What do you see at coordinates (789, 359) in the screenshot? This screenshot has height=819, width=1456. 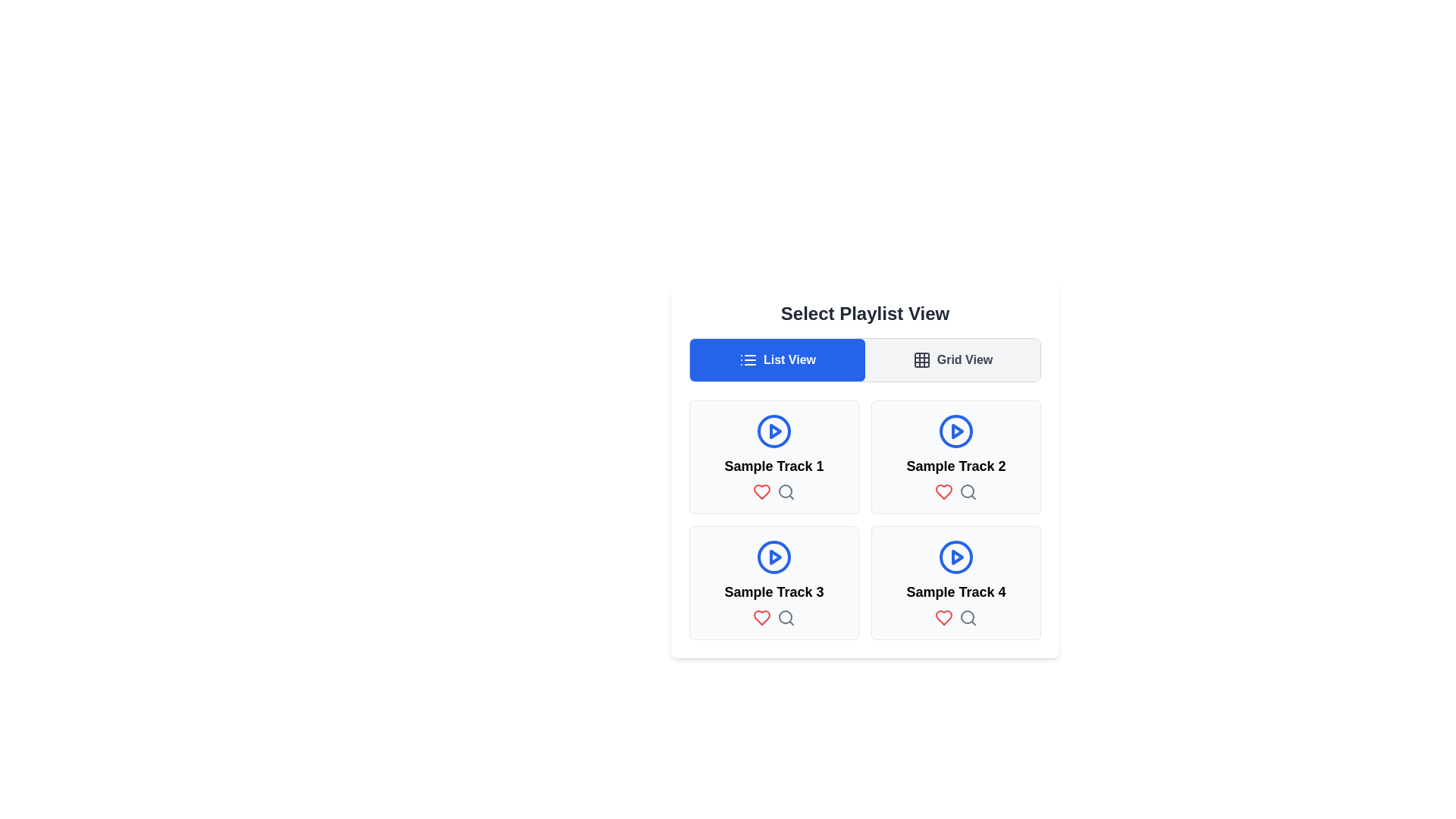 I see `'List View' text label, which indicates the currently selected state for organizing displayed items` at bounding box center [789, 359].